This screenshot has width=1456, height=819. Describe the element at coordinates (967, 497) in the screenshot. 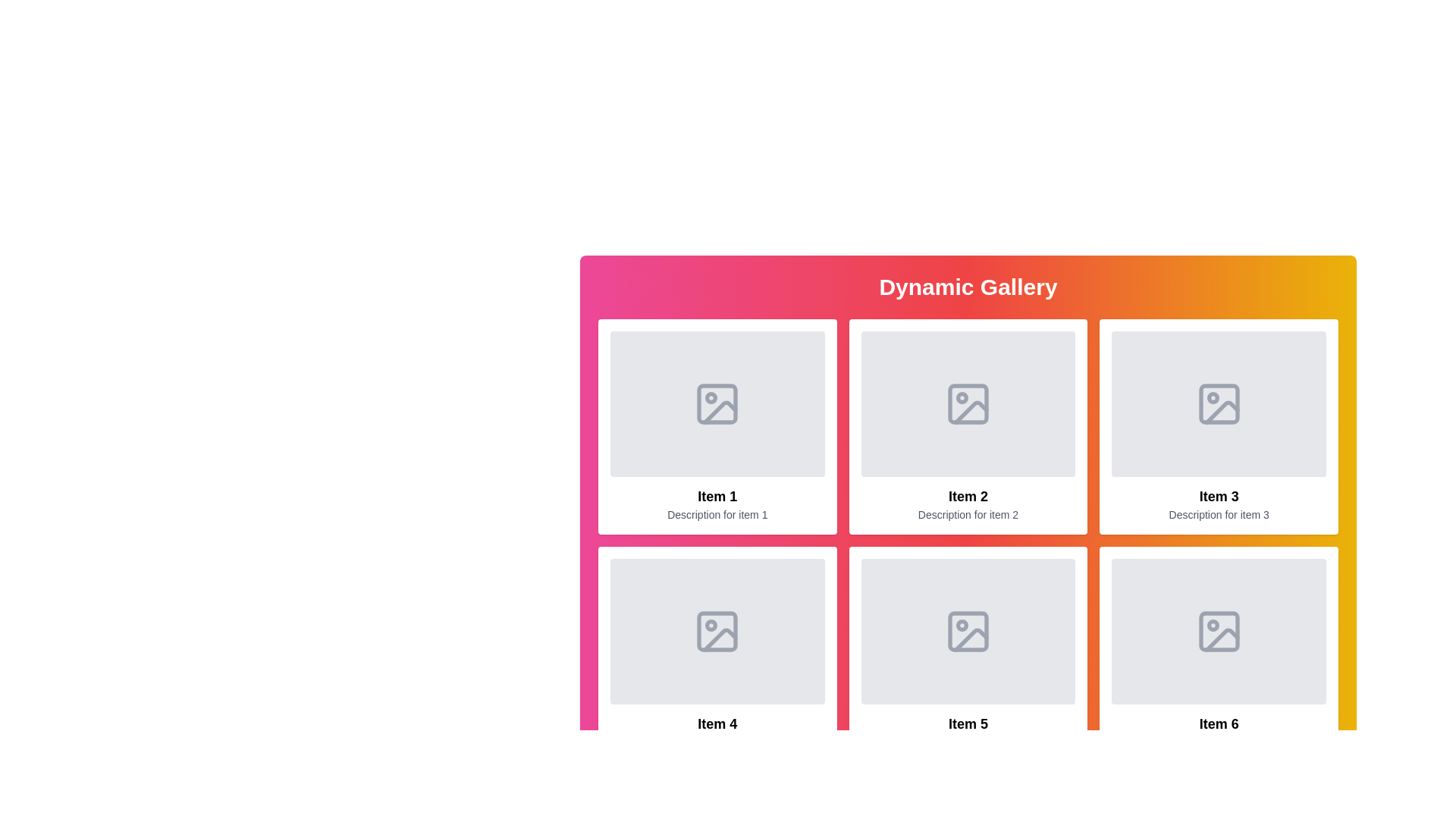

I see `the bold text label displaying 'Item 2' located within the second item panel of the 'Dynamic Gallery', positioned directly below the image placeholder` at that location.